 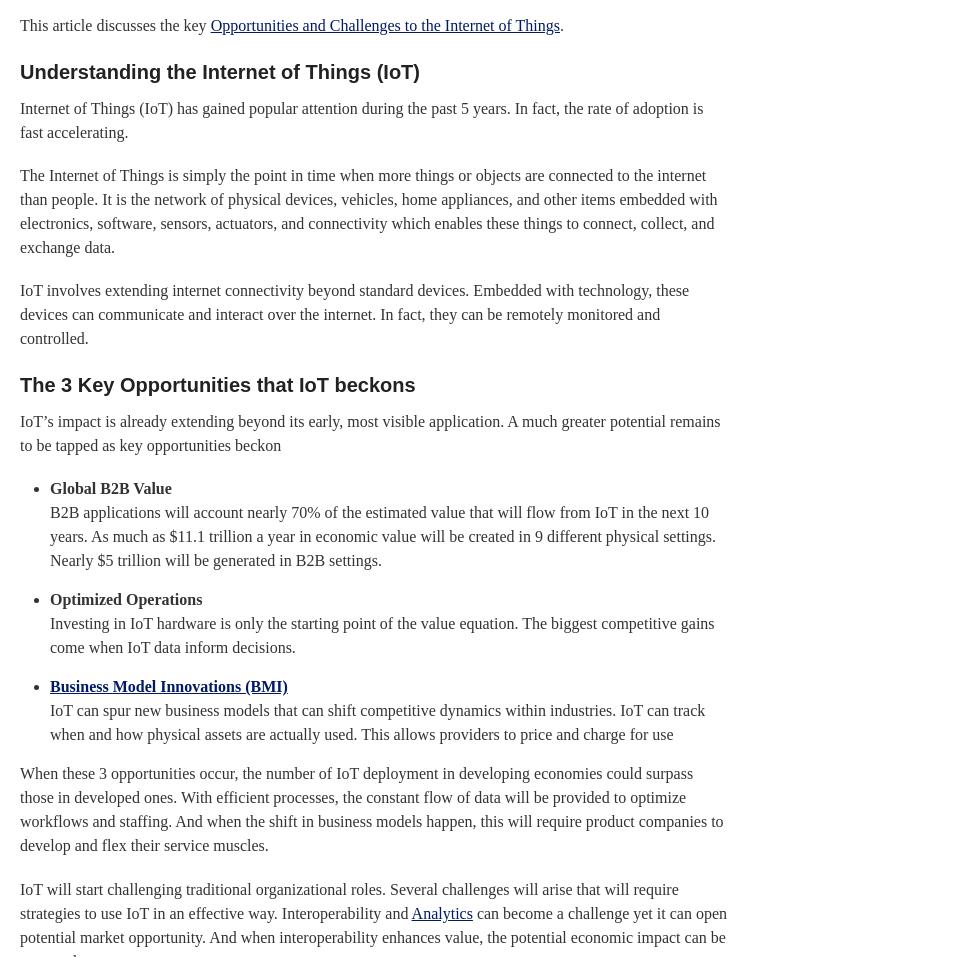 What do you see at coordinates (19, 70) in the screenshot?
I see `'Understanding the Internet of Things (IoT)'` at bounding box center [19, 70].